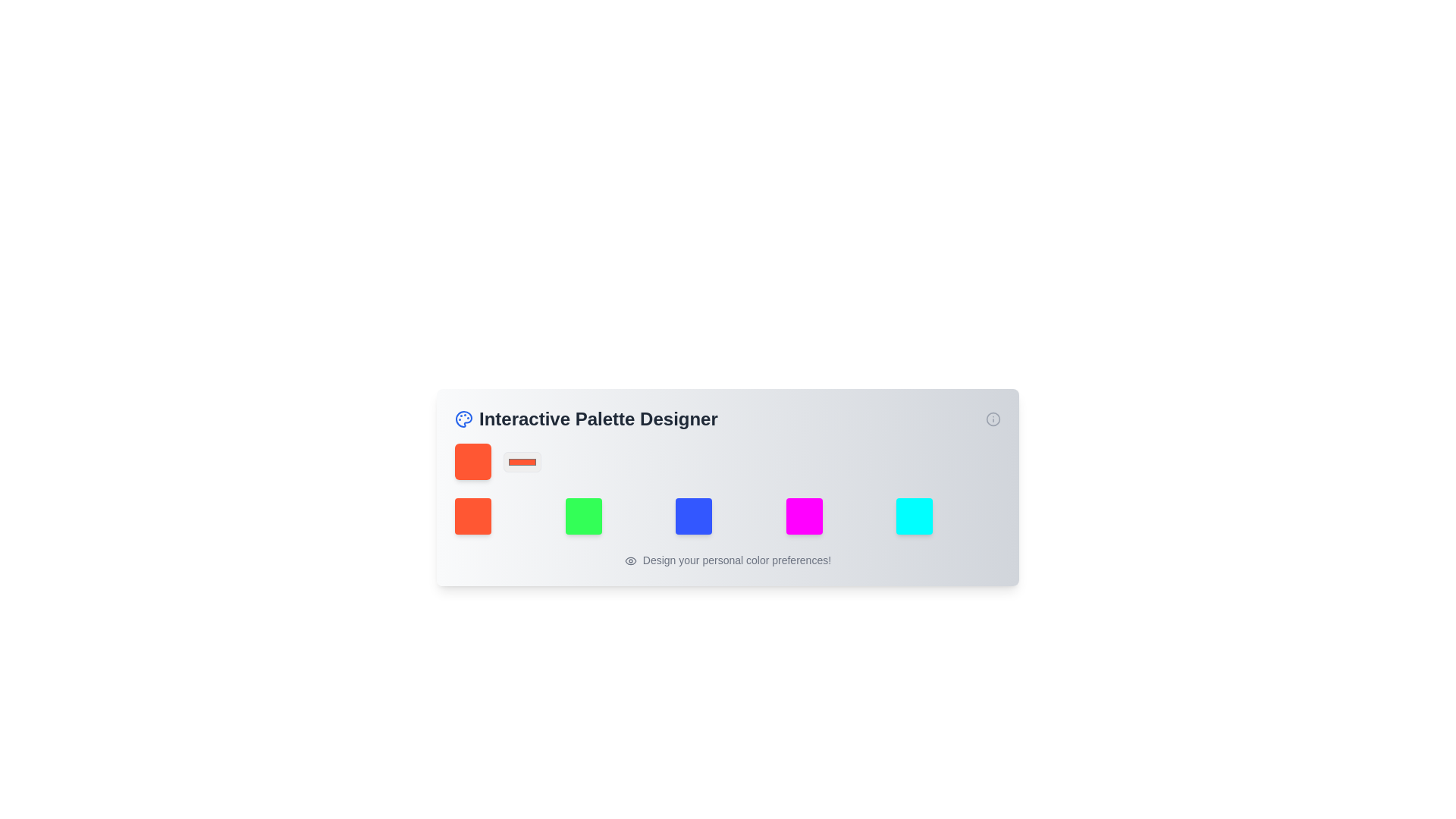 The image size is (1456, 819). Describe the element at coordinates (728, 516) in the screenshot. I see `a color cell in the Grid of color selectors located within the 'Interactive Palette Designer'` at that location.